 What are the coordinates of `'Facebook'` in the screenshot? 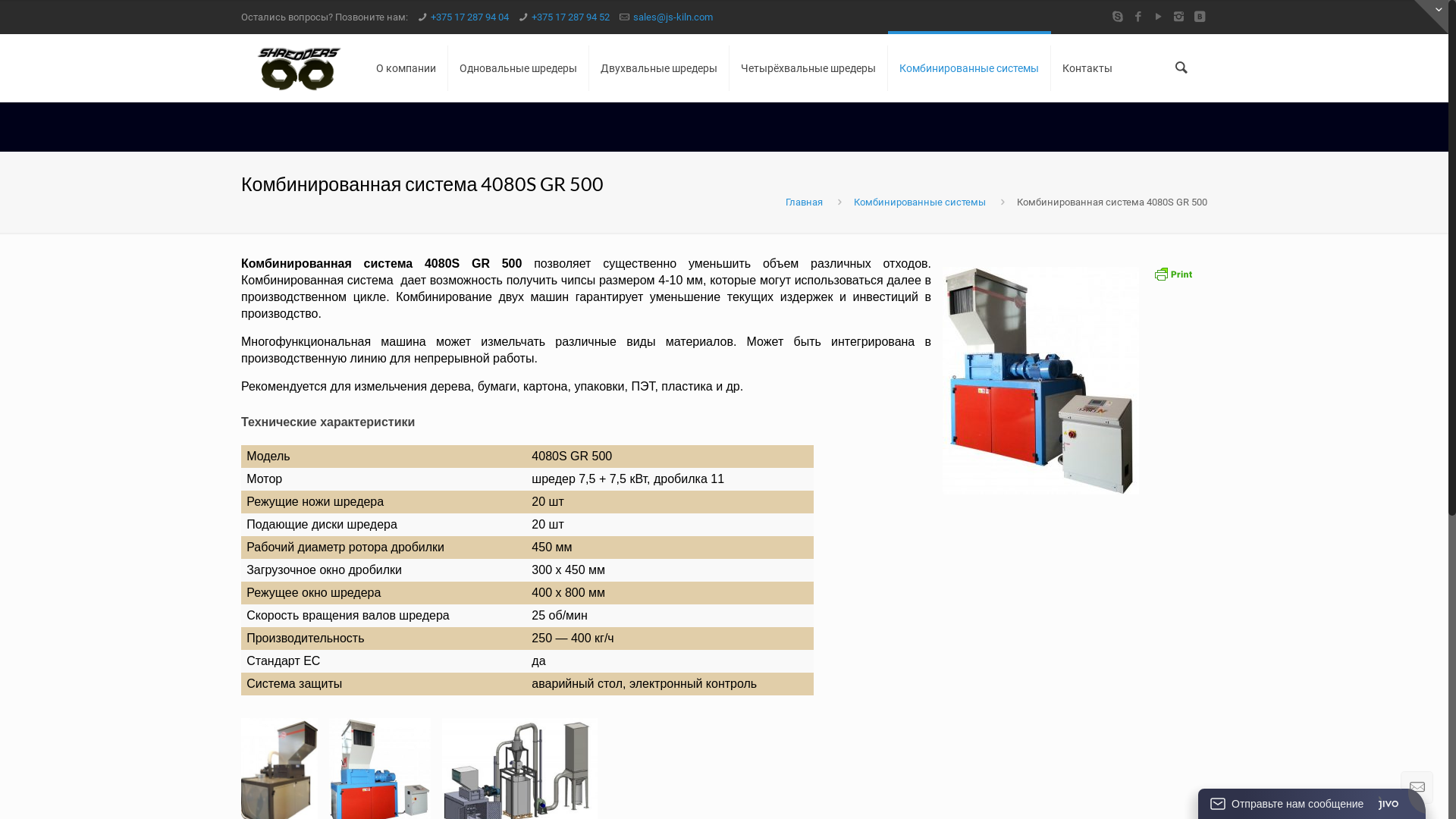 It's located at (1137, 17).